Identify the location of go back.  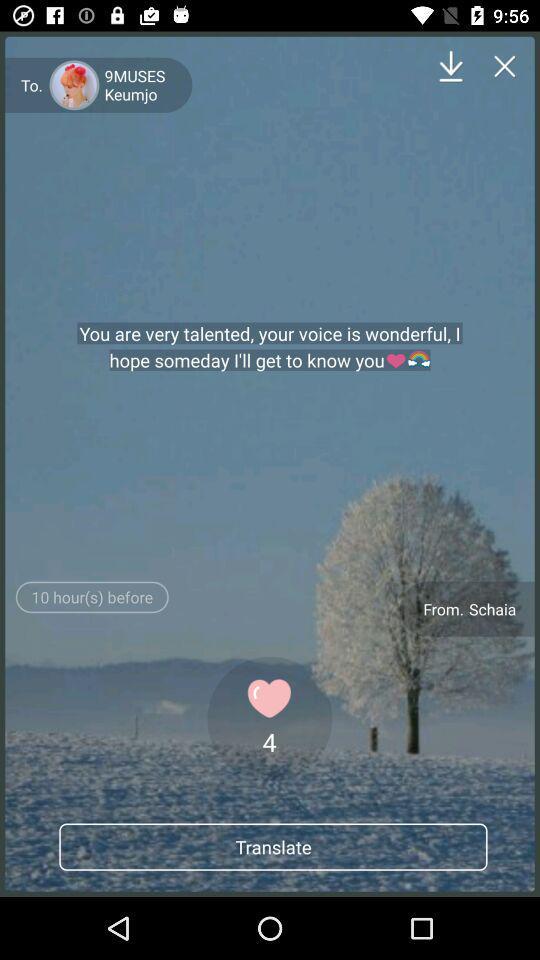
(504, 66).